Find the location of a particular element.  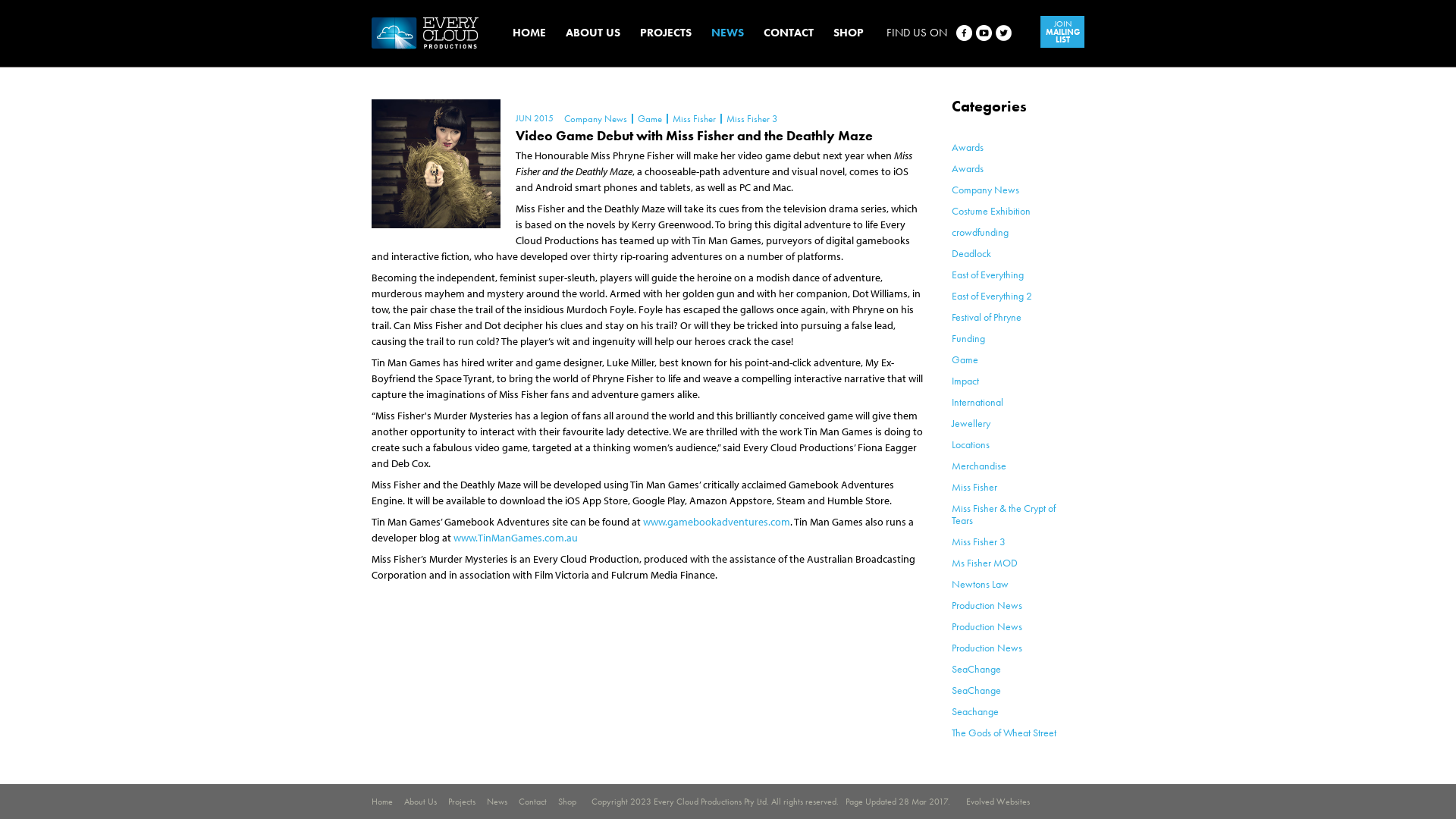

'International' is located at coordinates (977, 400).